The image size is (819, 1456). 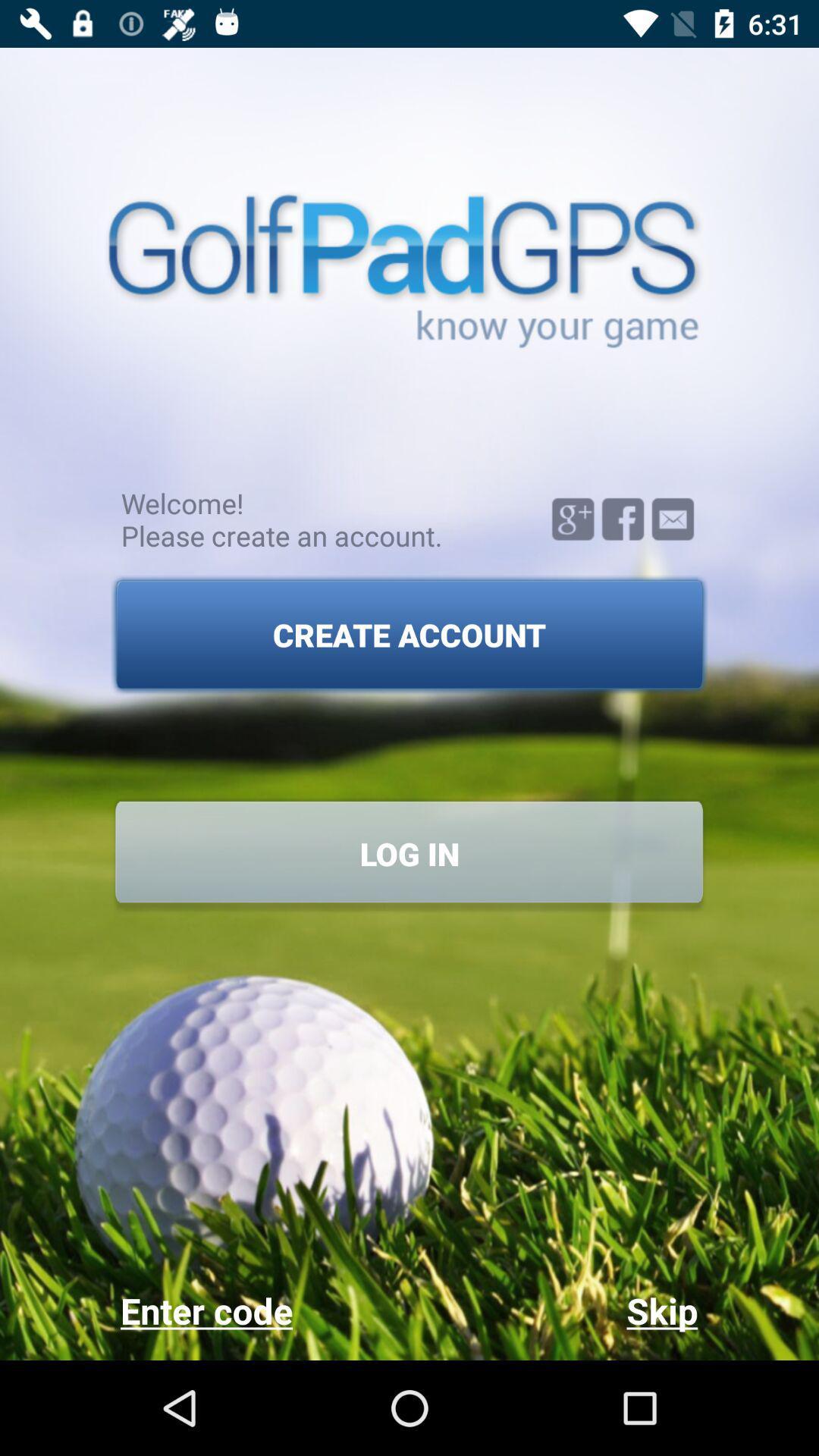 What do you see at coordinates (553, 1310) in the screenshot?
I see `the skip icon` at bounding box center [553, 1310].